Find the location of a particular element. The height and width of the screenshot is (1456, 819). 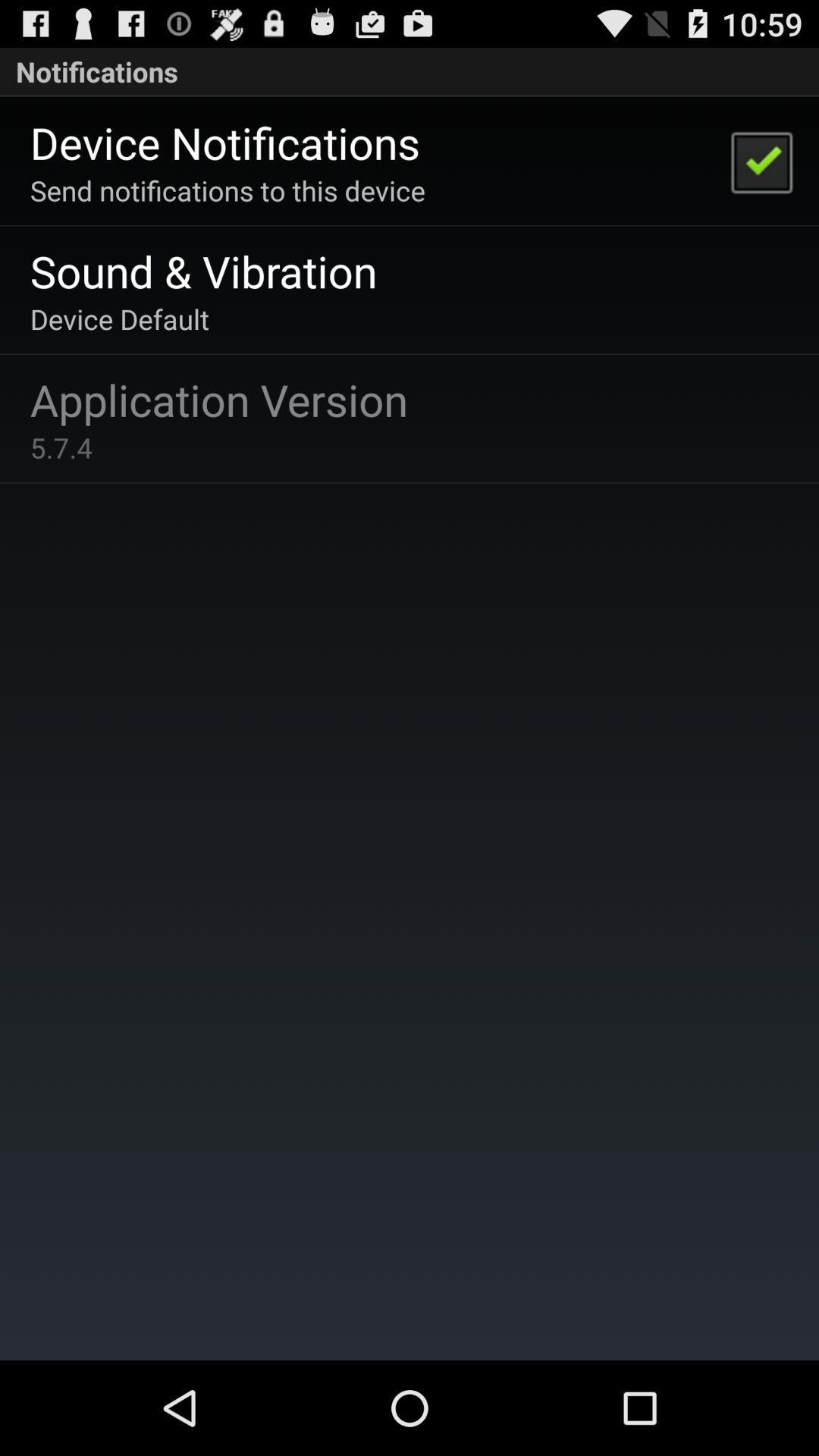

the icon above application version app is located at coordinates (118, 318).